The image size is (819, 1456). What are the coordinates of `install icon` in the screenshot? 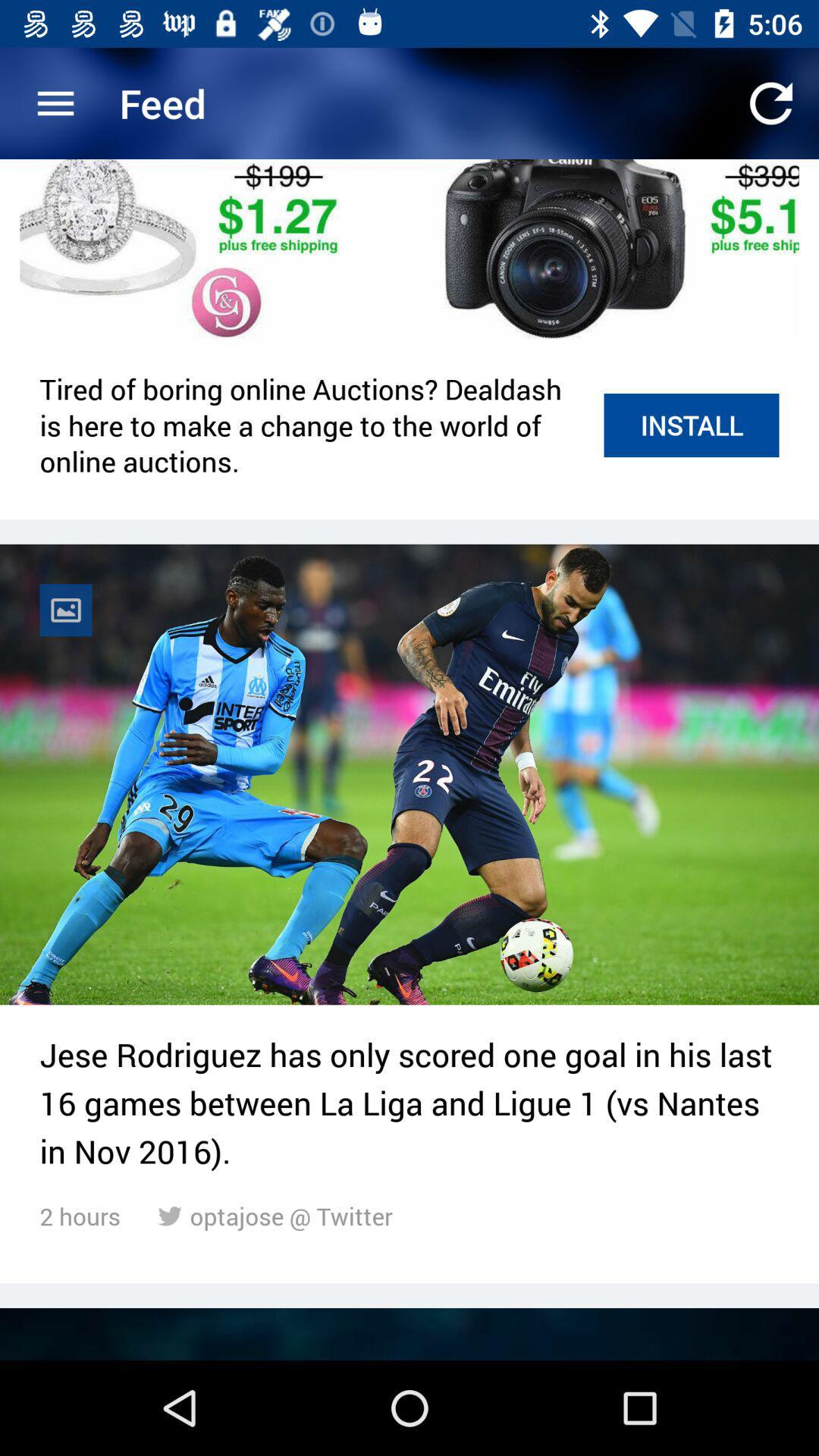 It's located at (691, 425).